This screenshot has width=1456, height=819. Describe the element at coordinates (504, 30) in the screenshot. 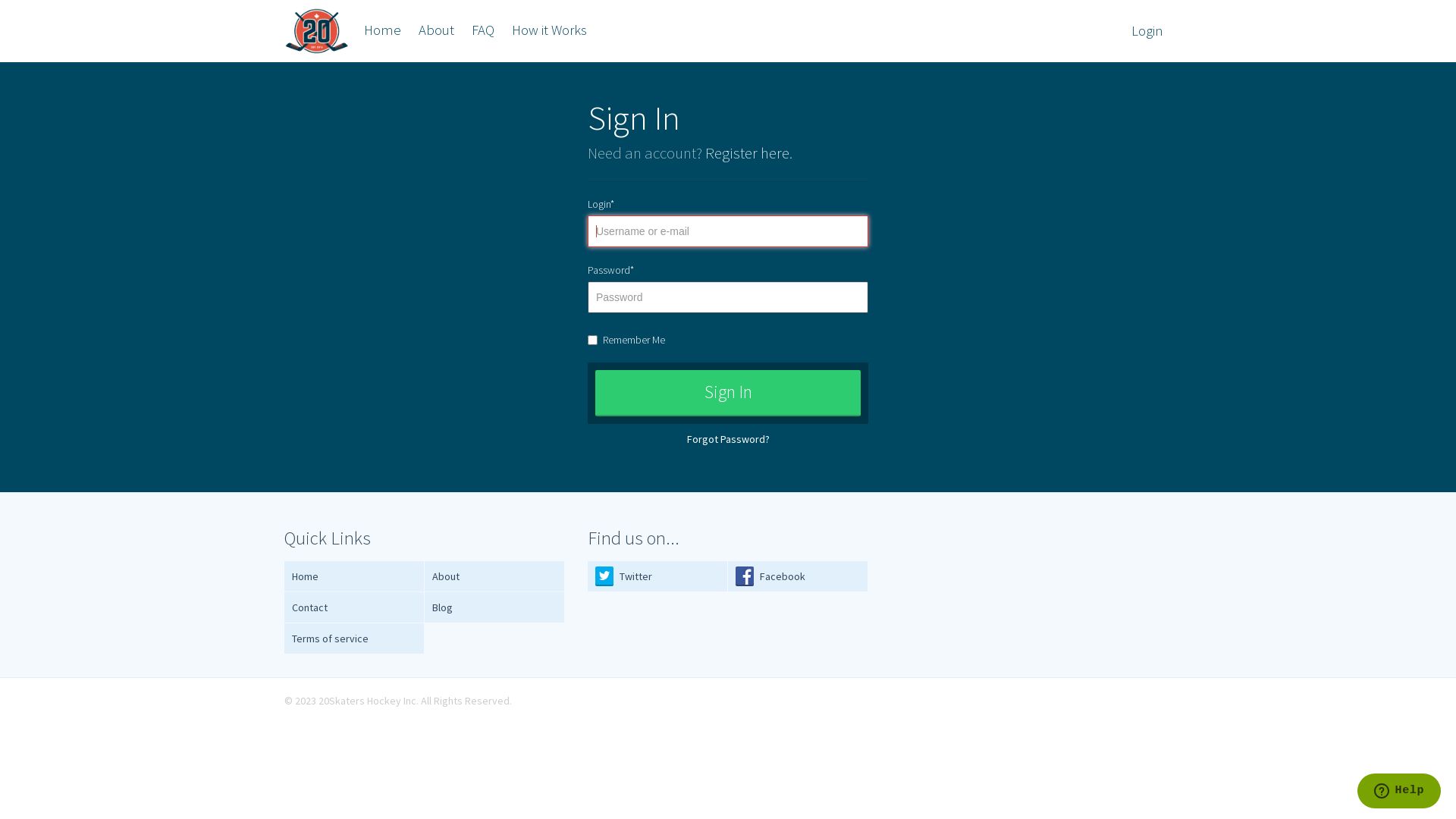

I see `'How it Works'` at that location.